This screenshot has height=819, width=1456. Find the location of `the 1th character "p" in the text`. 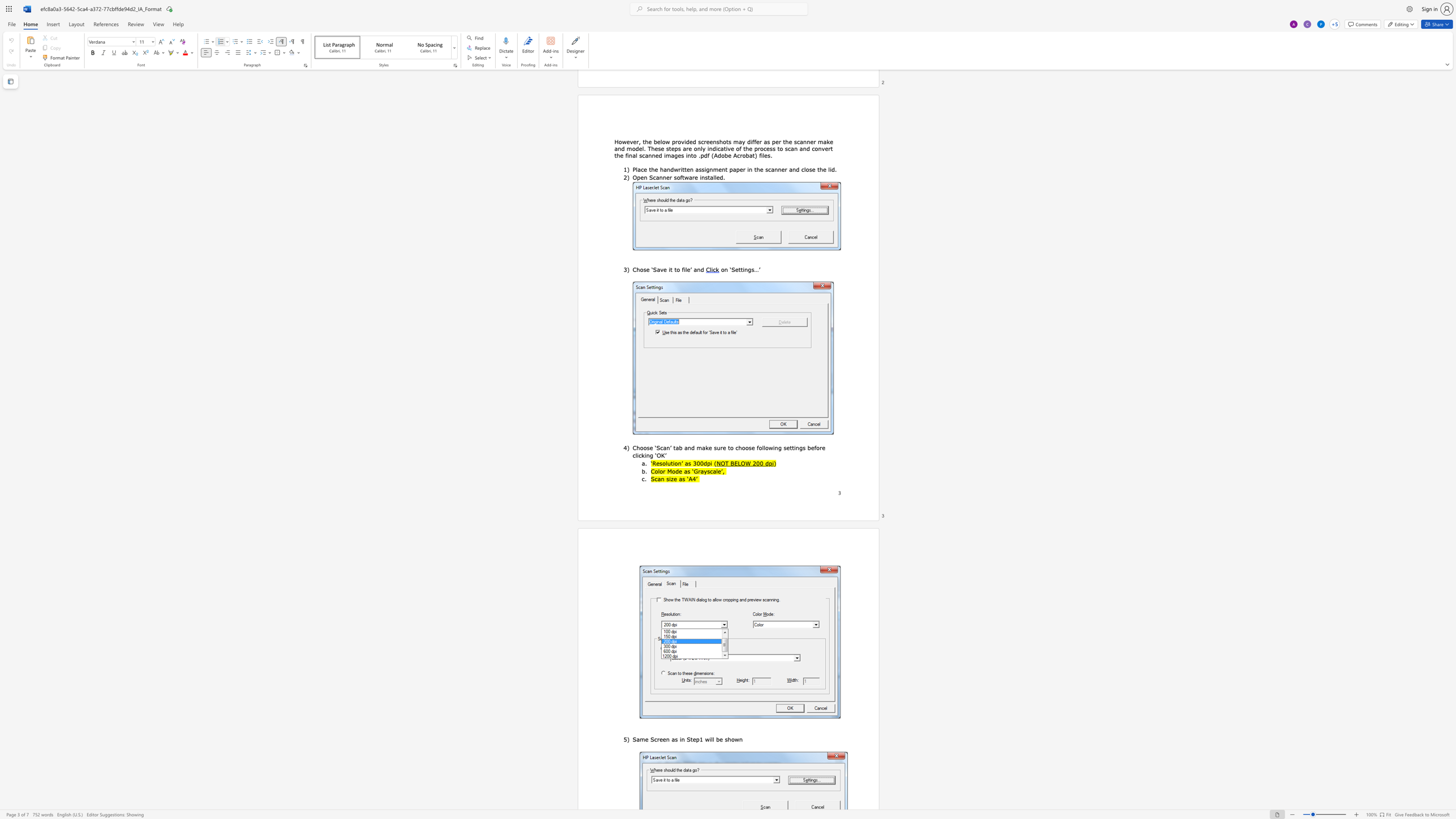

the 1th character "p" in the text is located at coordinates (708, 462).